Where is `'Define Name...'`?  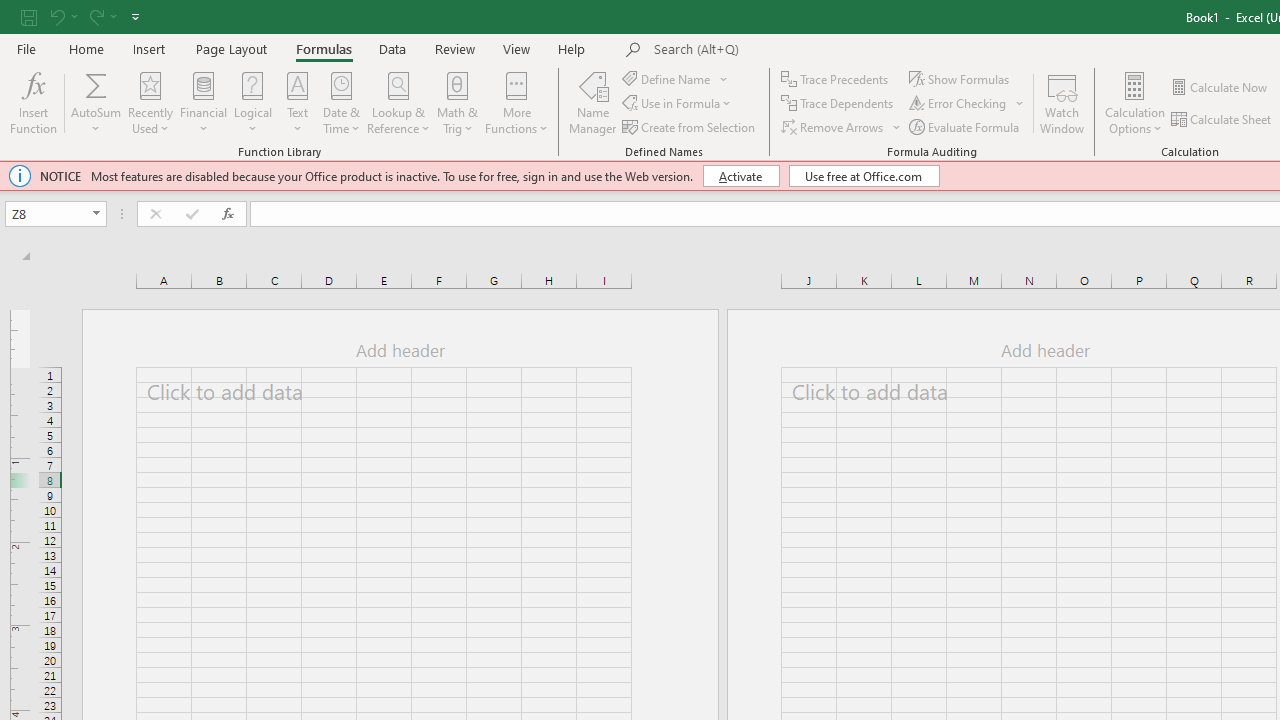 'Define Name...' is located at coordinates (668, 78).